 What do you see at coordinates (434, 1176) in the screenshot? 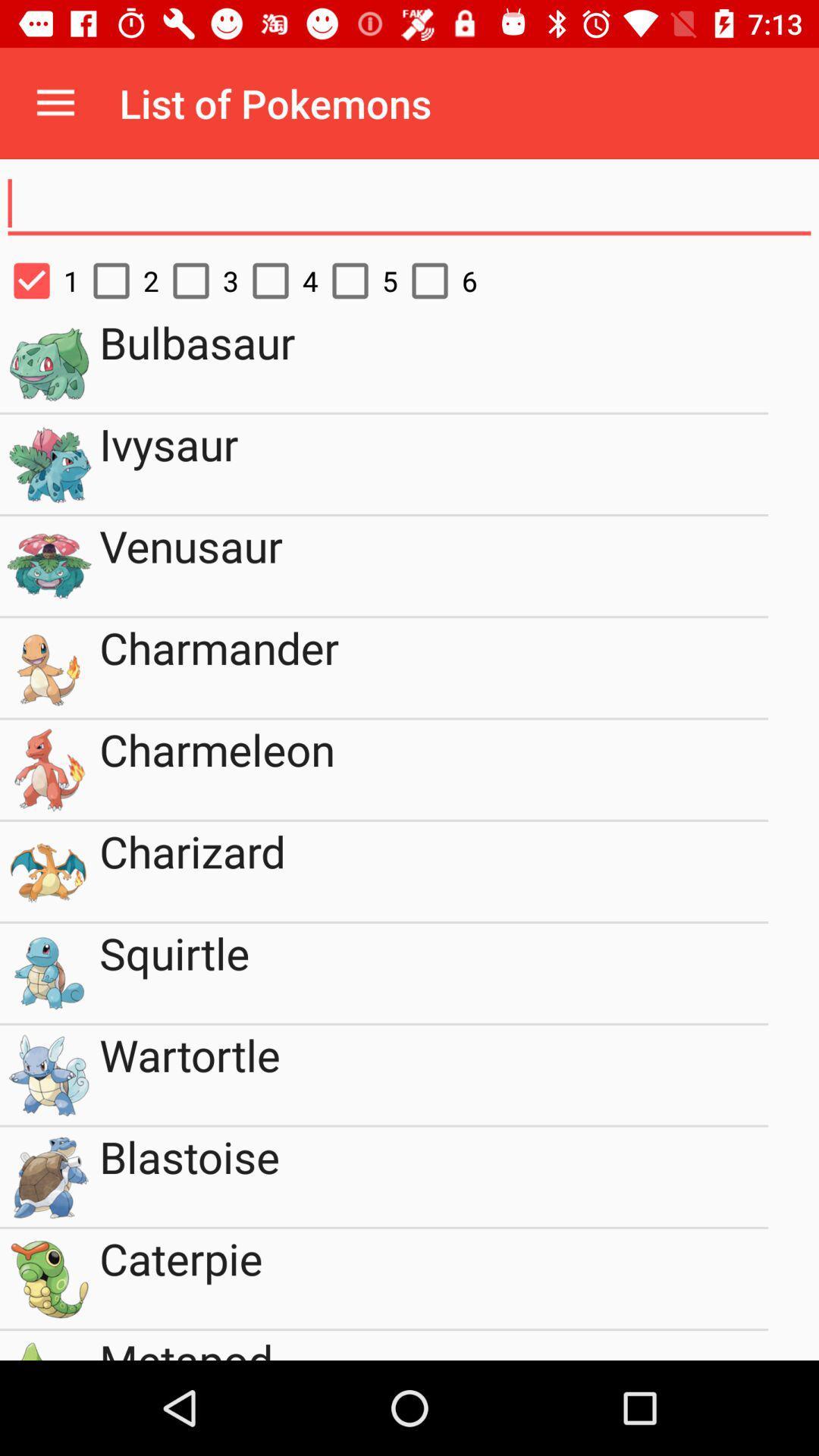
I see `the blastoise` at bounding box center [434, 1176].